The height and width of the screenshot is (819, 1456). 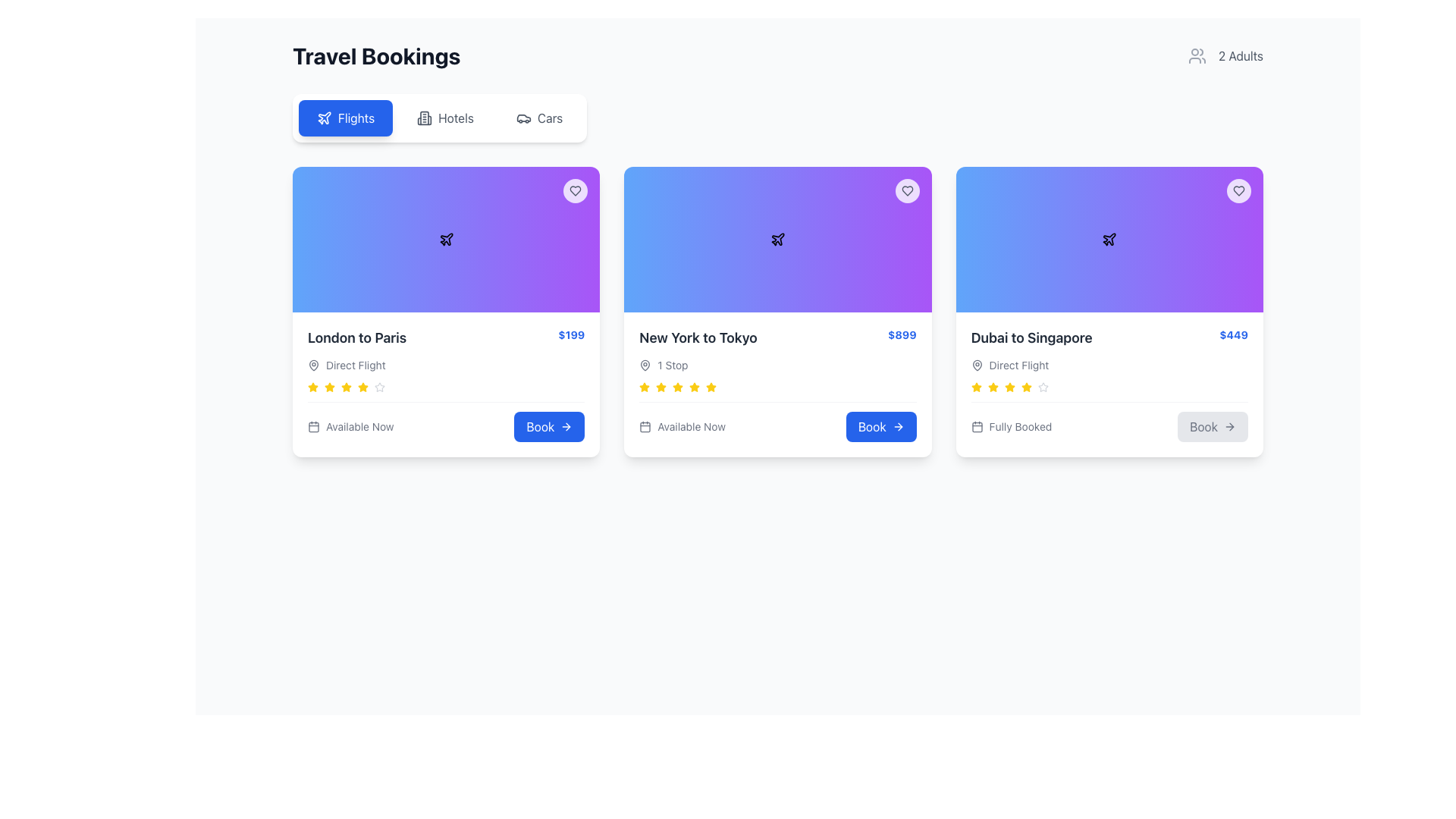 I want to click on the airplane icon located in the purple gradient header section of the 'London to Paris' trip offer card, so click(x=324, y=117).